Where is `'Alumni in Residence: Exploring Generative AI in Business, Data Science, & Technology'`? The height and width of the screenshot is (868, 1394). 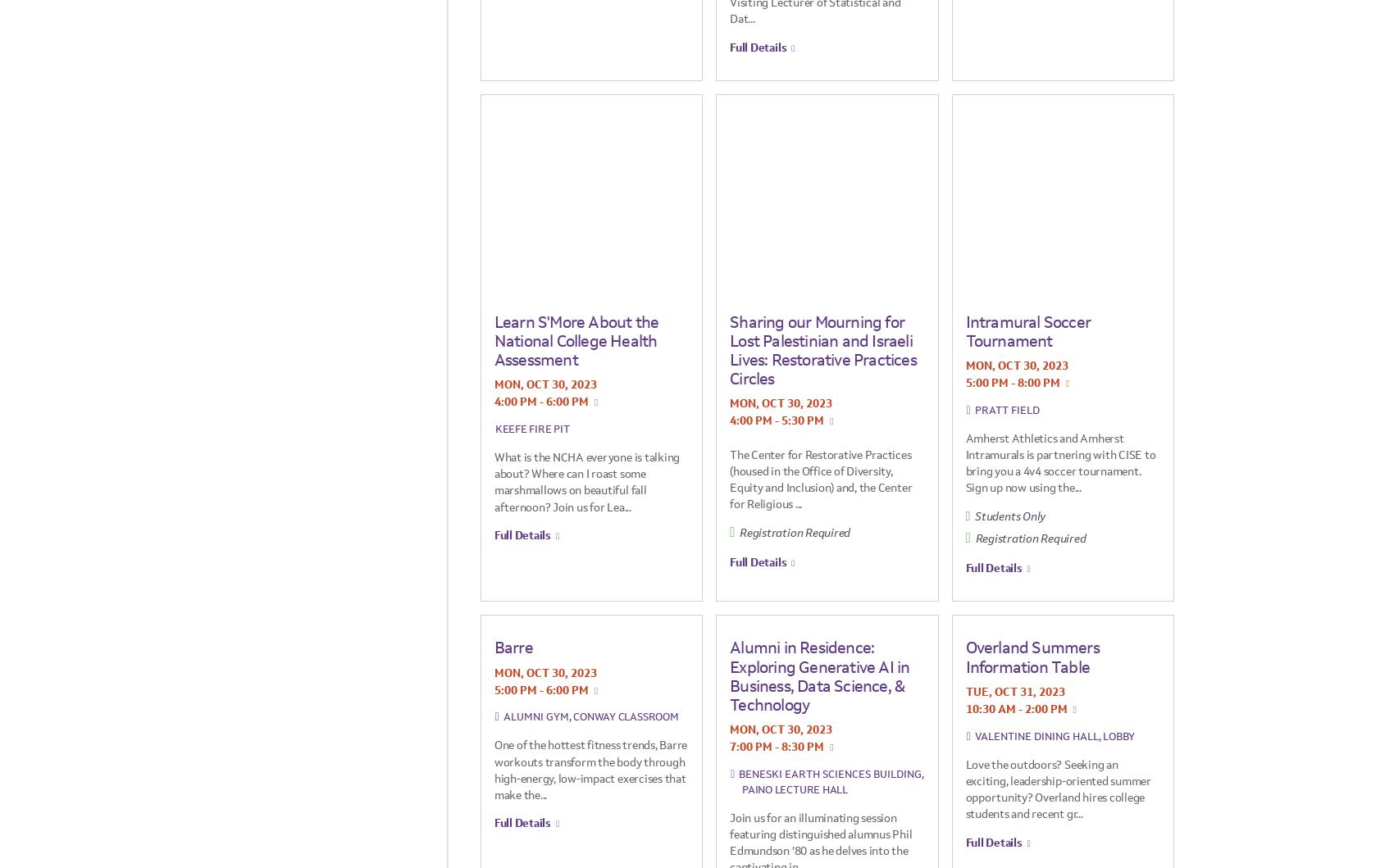 'Alumni in Residence: Exploring Generative AI in Business, Data Science, & Technology' is located at coordinates (818, 675).